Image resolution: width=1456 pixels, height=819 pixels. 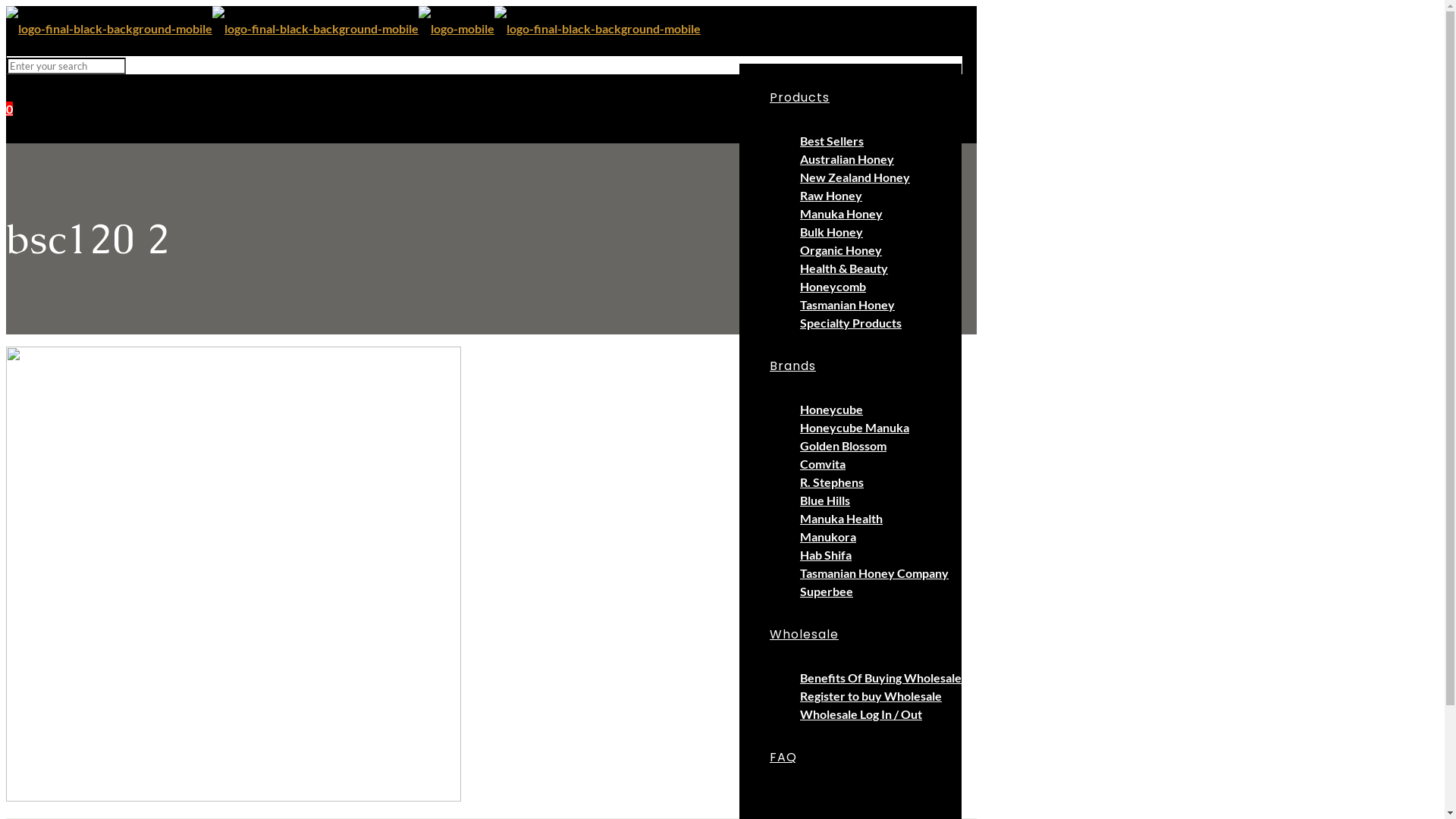 What do you see at coordinates (840, 517) in the screenshot?
I see `'Manuka Health'` at bounding box center [840, 517].